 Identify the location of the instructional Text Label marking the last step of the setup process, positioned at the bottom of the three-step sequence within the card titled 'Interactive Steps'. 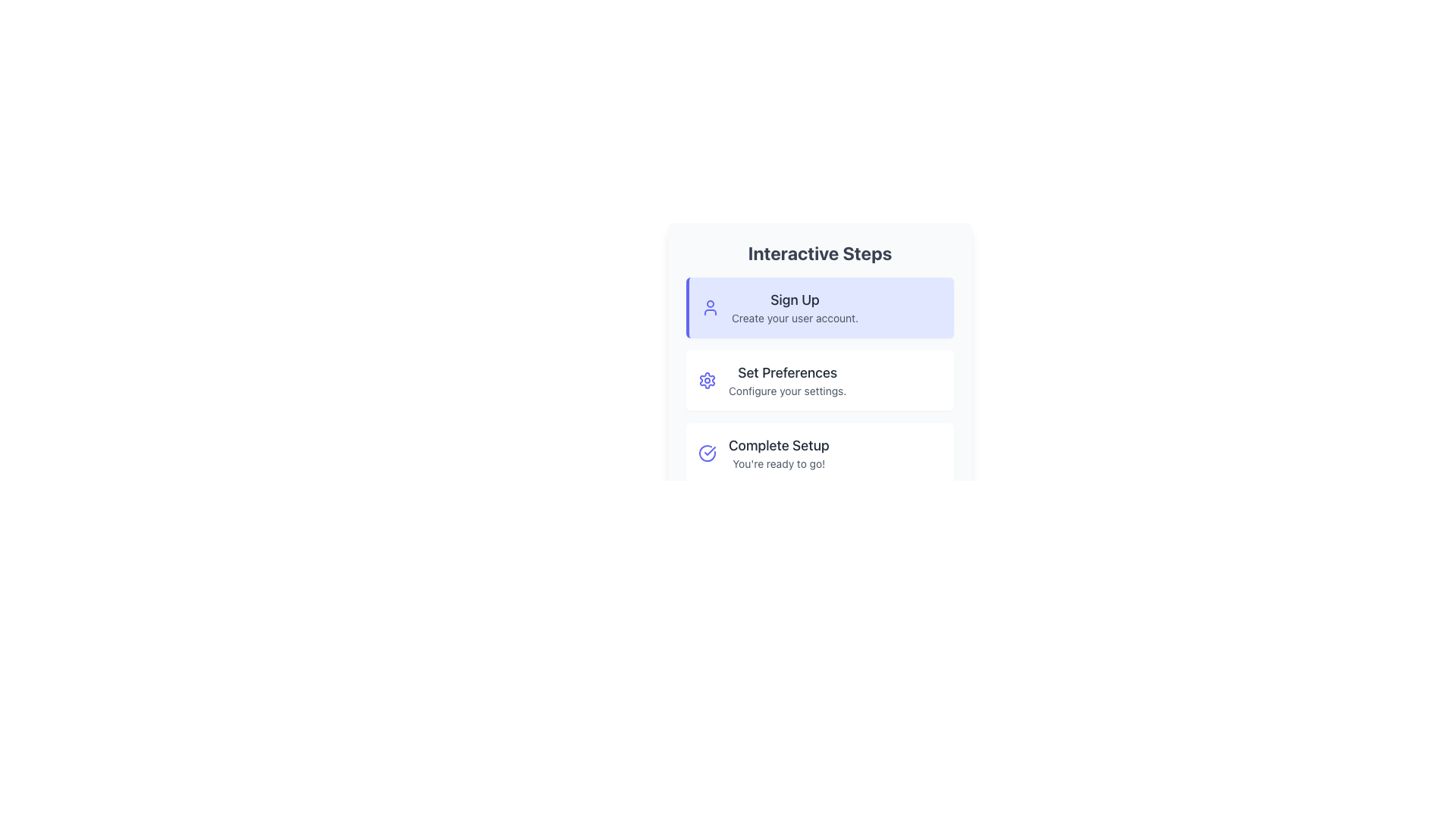
(779, 444).